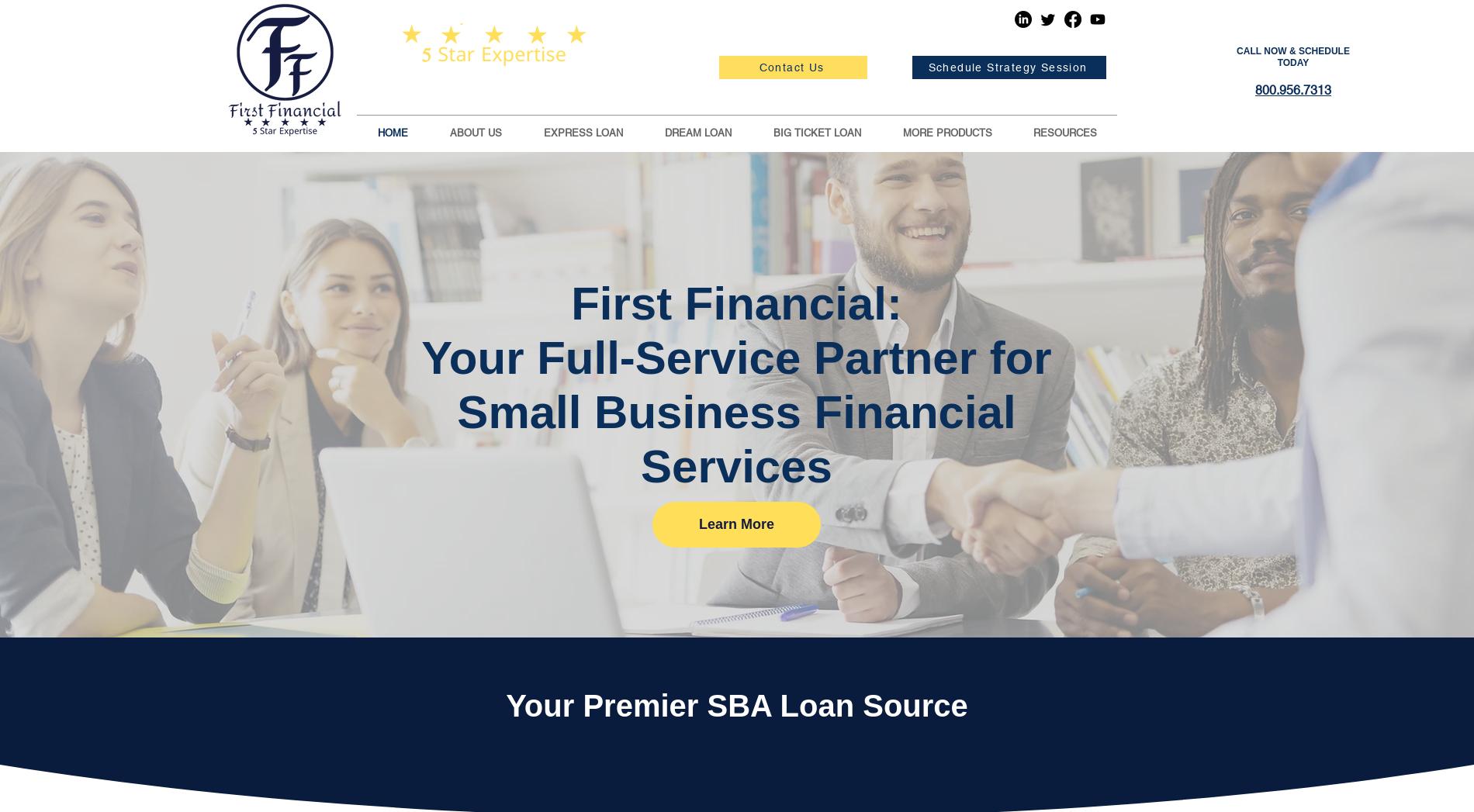 This screenshot has width=1474, height=812. I want to click on 'EXPRESS LOAN', so click(543, 133).